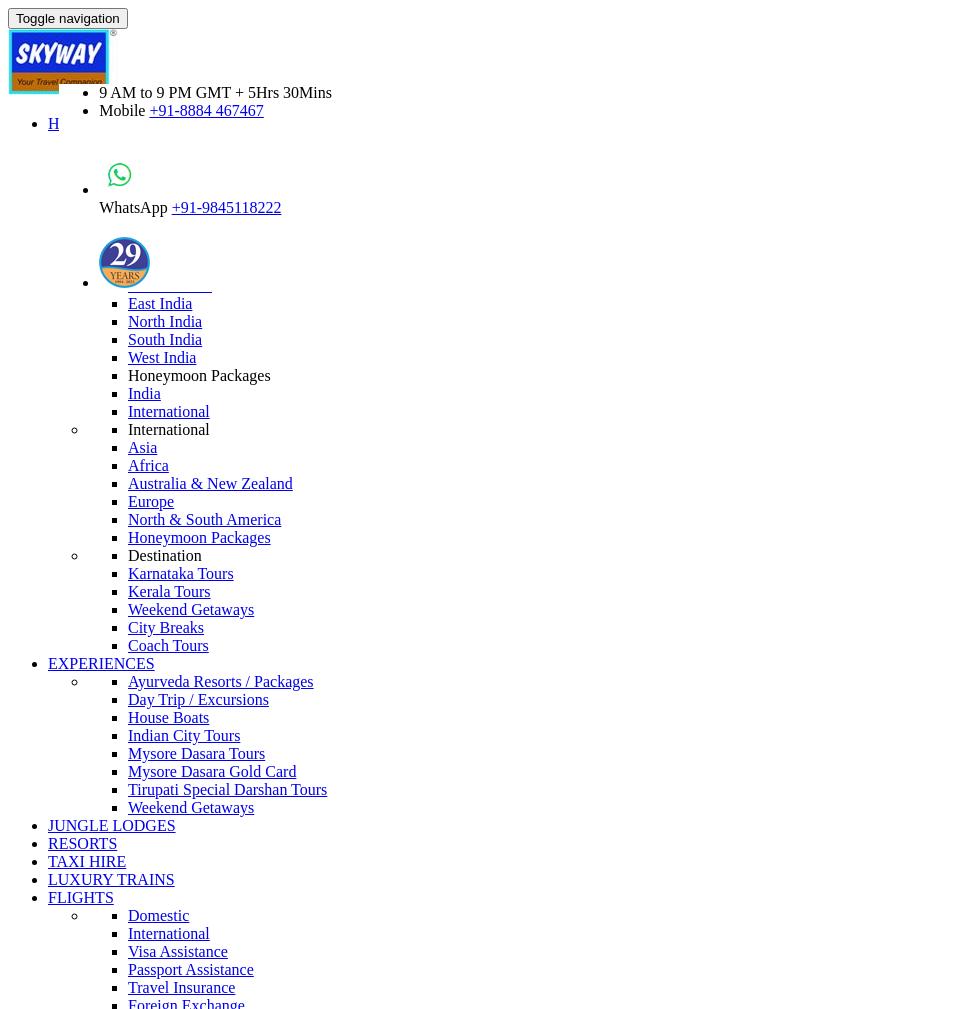 The width and height of the screenshot is (961, 1009). Describe the element at coordinates (127, 392) in the screenshot. I see `'India'` at that location.